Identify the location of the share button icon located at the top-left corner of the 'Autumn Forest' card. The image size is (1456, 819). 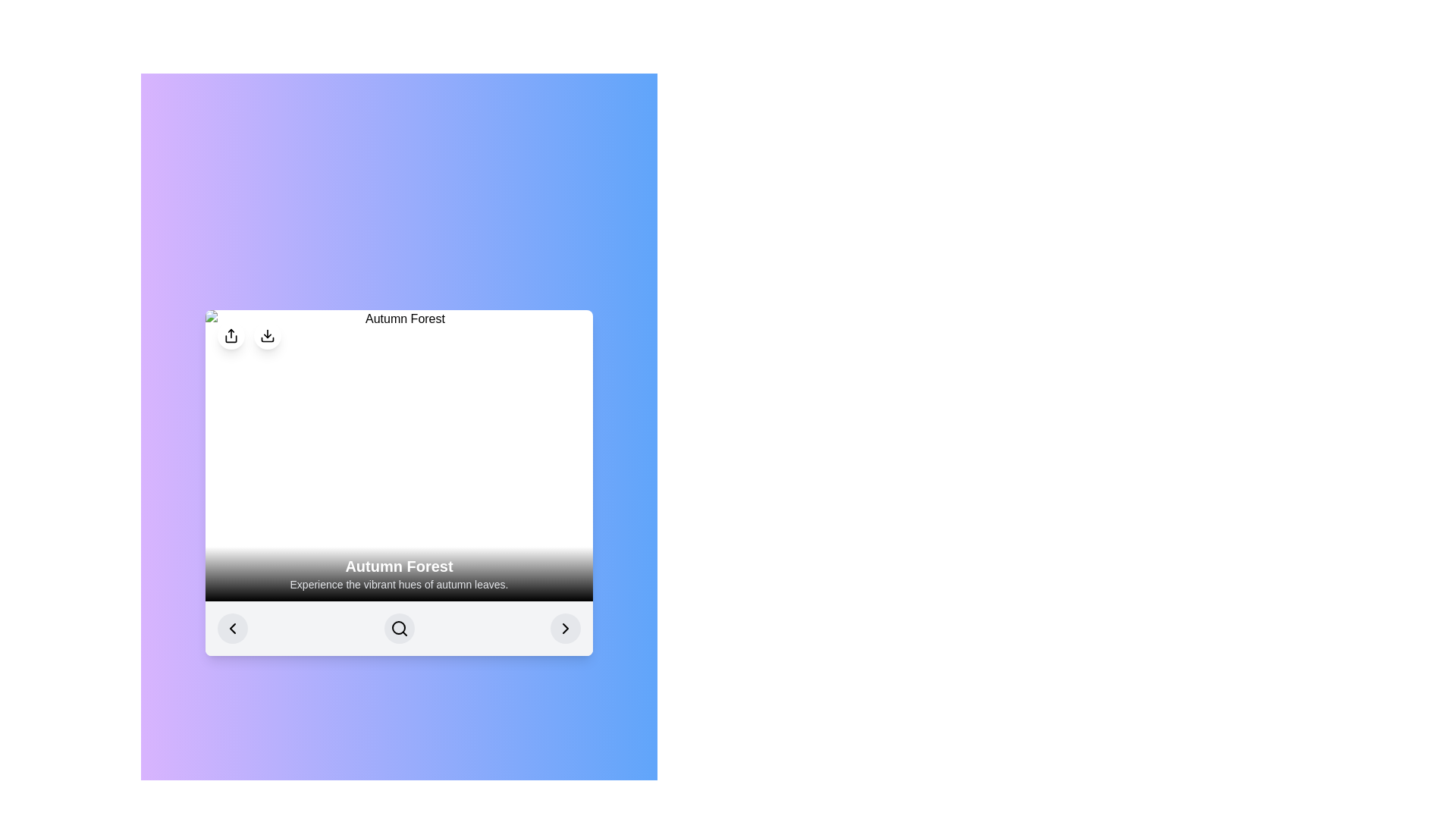
(231, 335).